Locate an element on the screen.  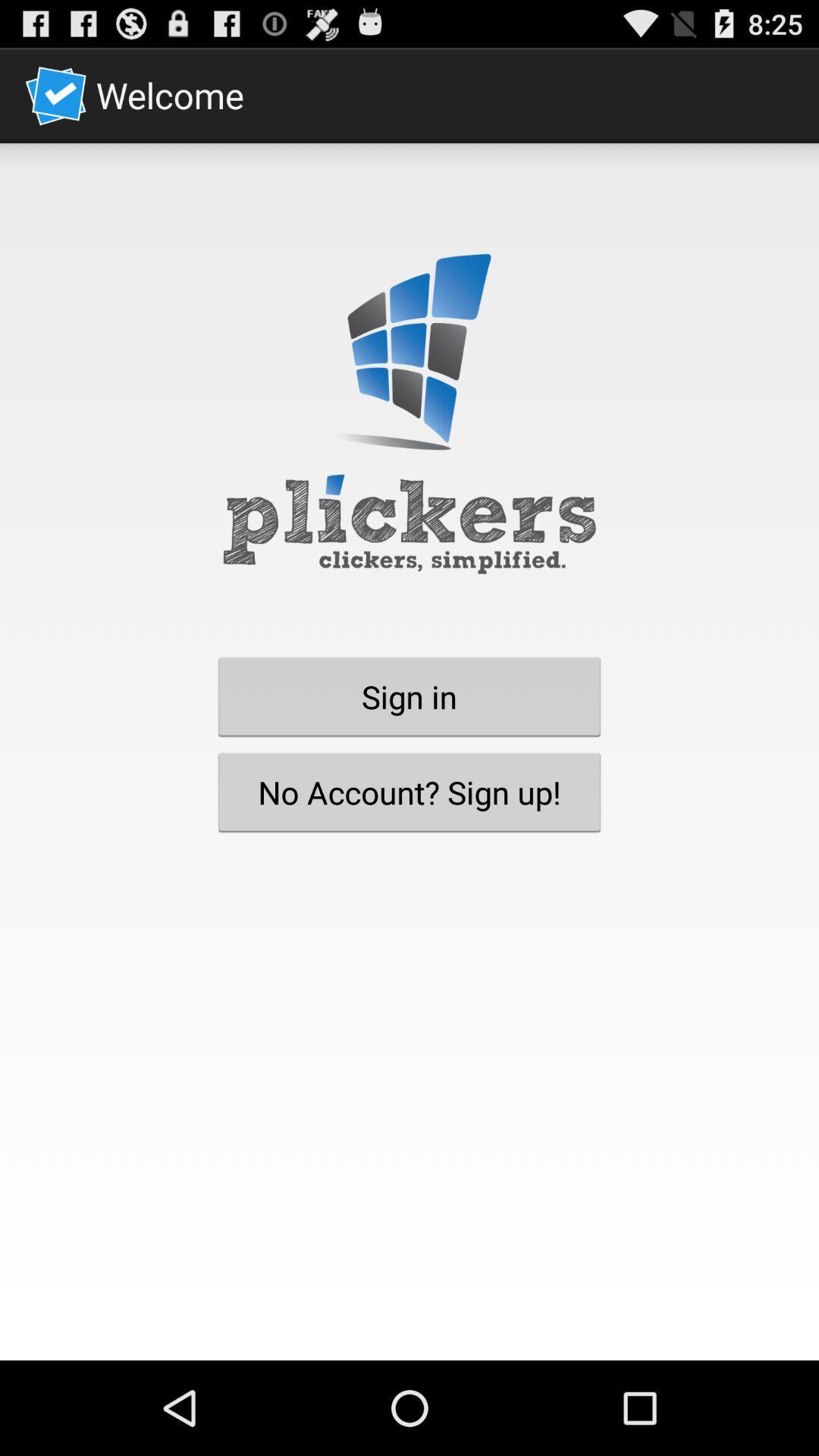
the item below sign in button is located at coordinates (409, 791).